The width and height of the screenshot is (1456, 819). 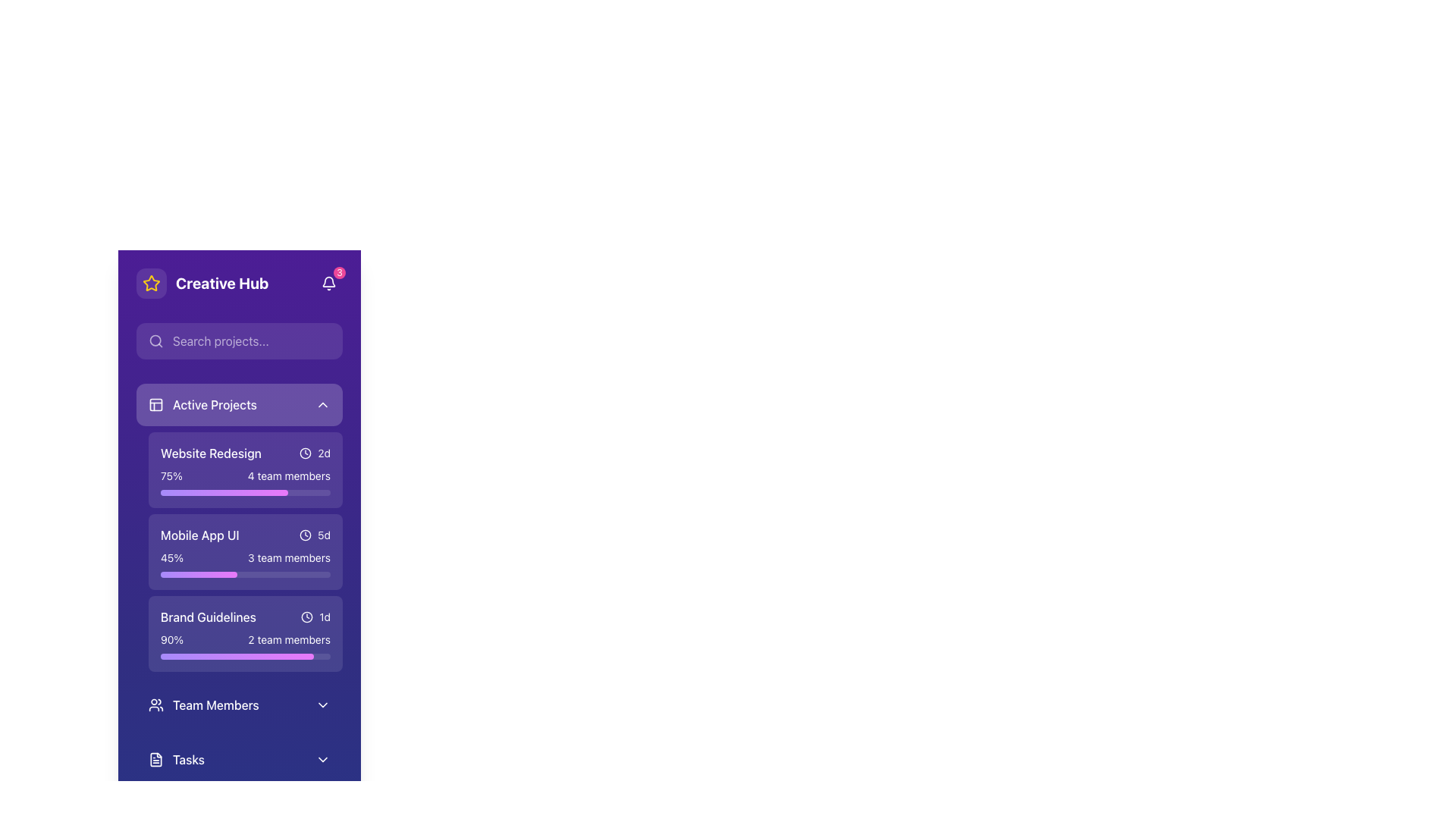 What do you see at coordinates (246, 552) in the screenshot?
I see `the second Project Information Card in the 'Active Projects' section` at bounding box center [246, 552].